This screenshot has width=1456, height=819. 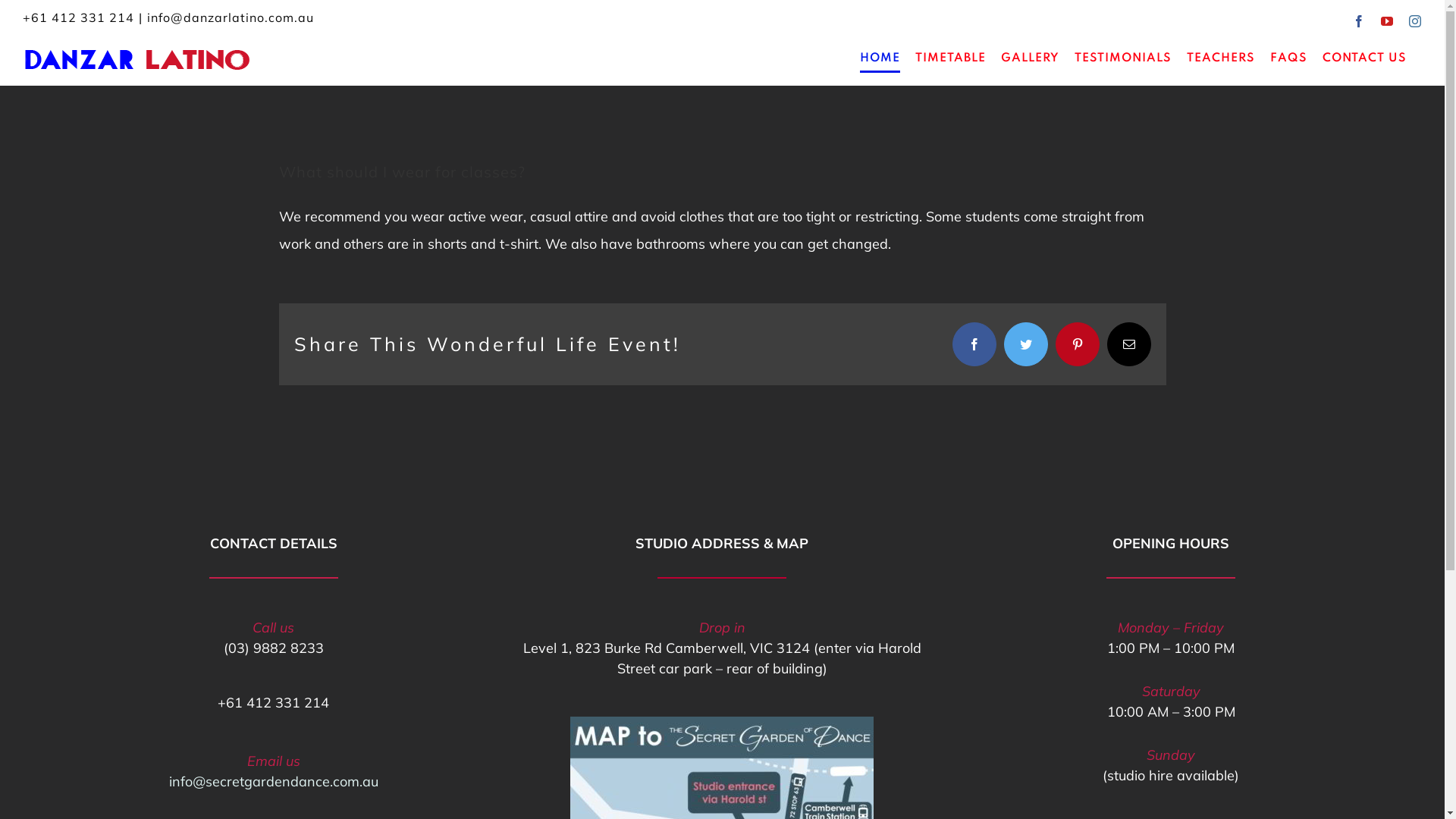 What do you see at coordinates (880, 58) in the screenshot?
I see `'HOME'` at bounding box center [880, 58].